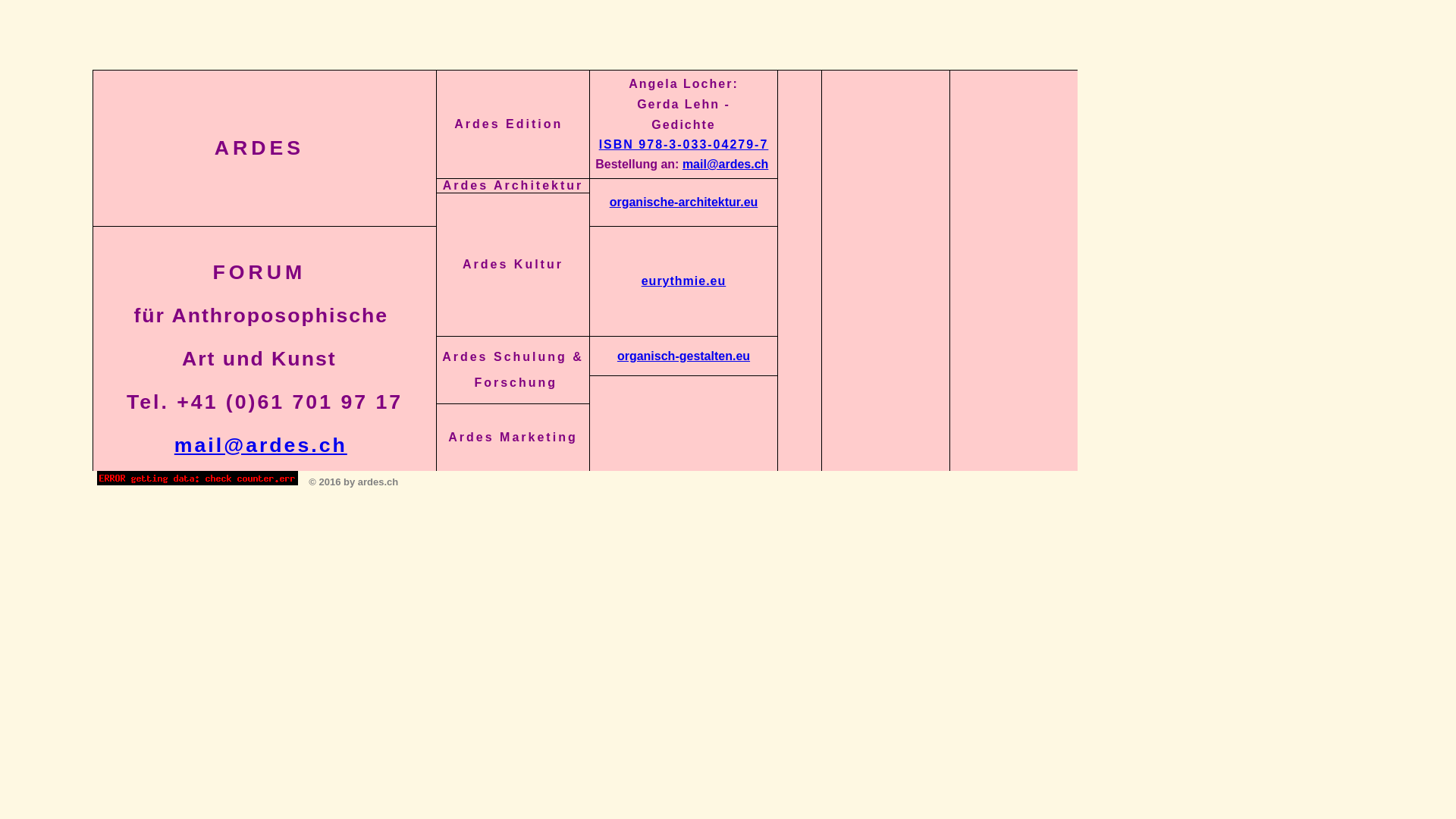 Image resolution: width=1456 pixels, height=819 pixels. I want to click on 'ISBN 978-3-033-04279-7', so click(683, 144).